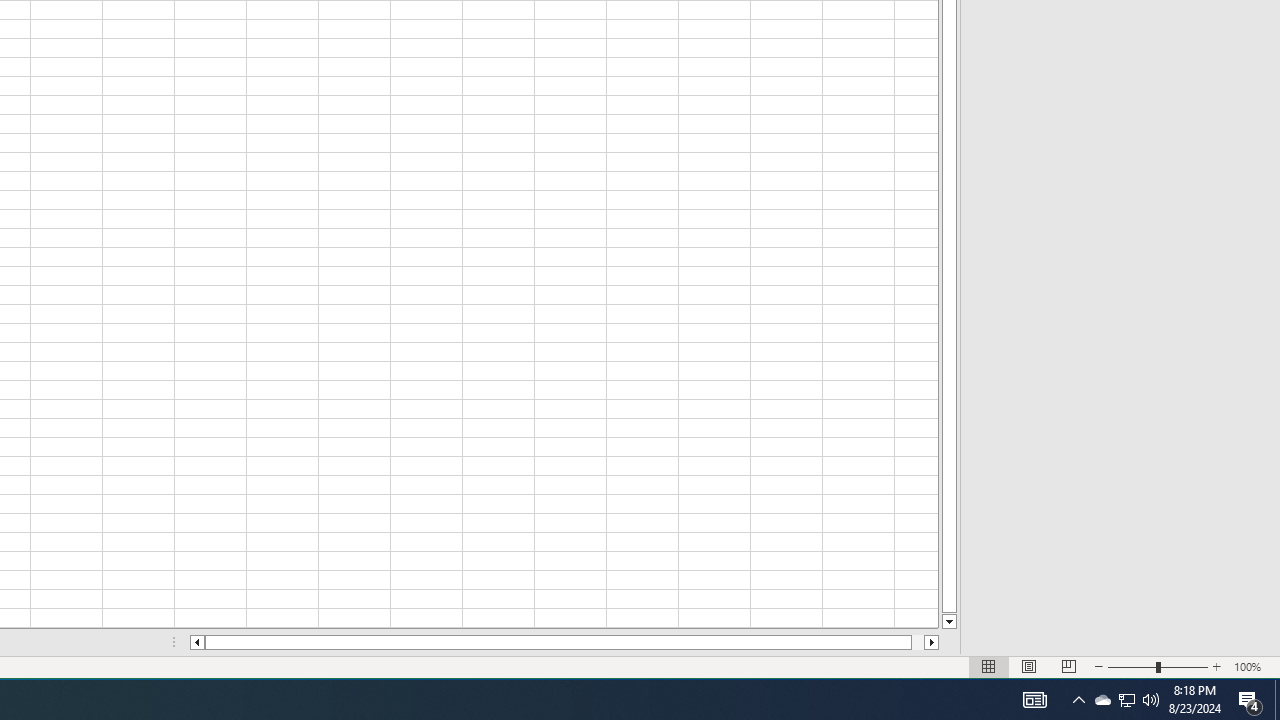 This screenshot has width=1280, height=720. I want to click on 'AutomationID: 4105', so click(1034, 698).